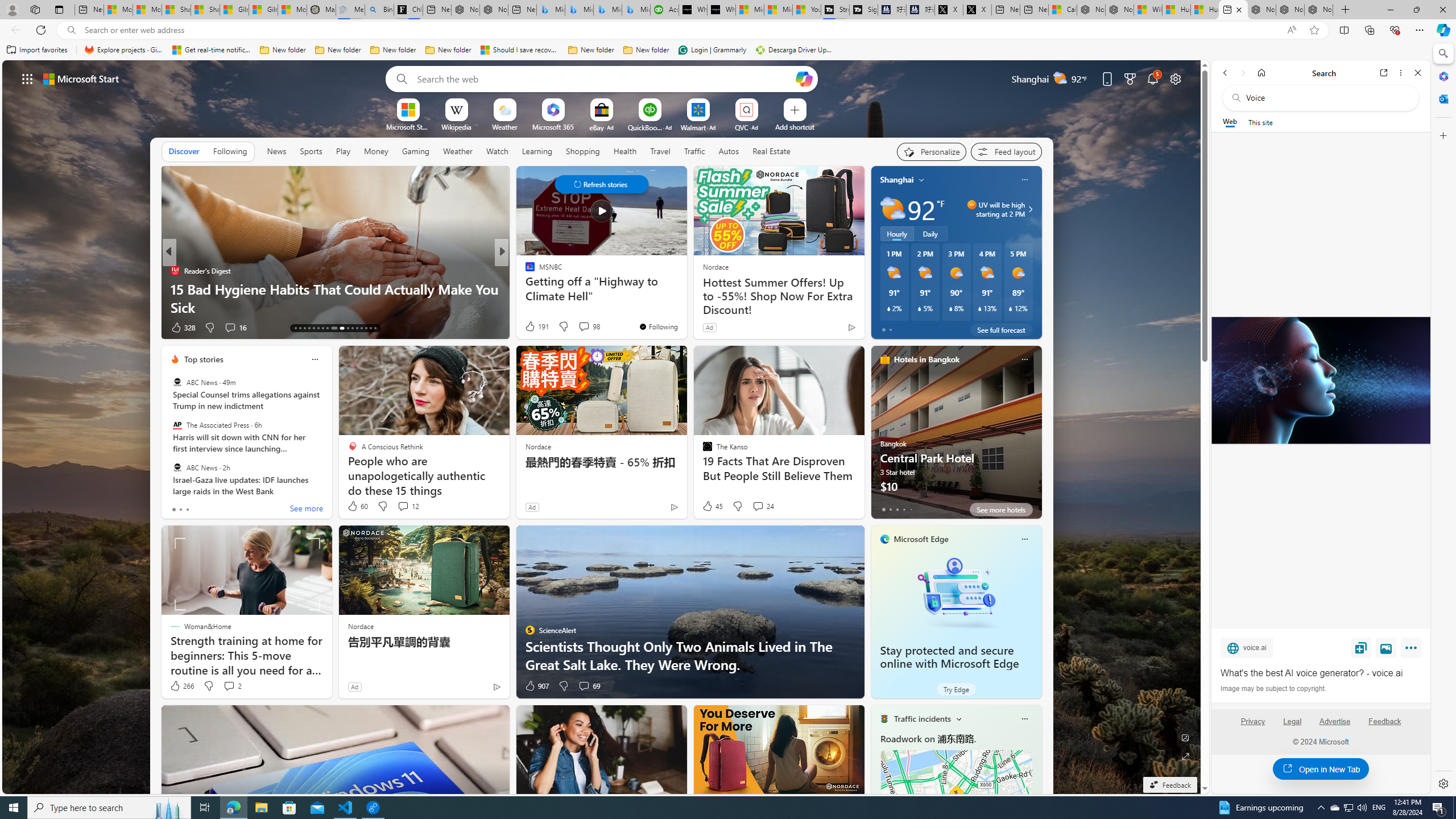 The image size is (1456, 819). I want to click on 'Real Estate', so click(771, 151).